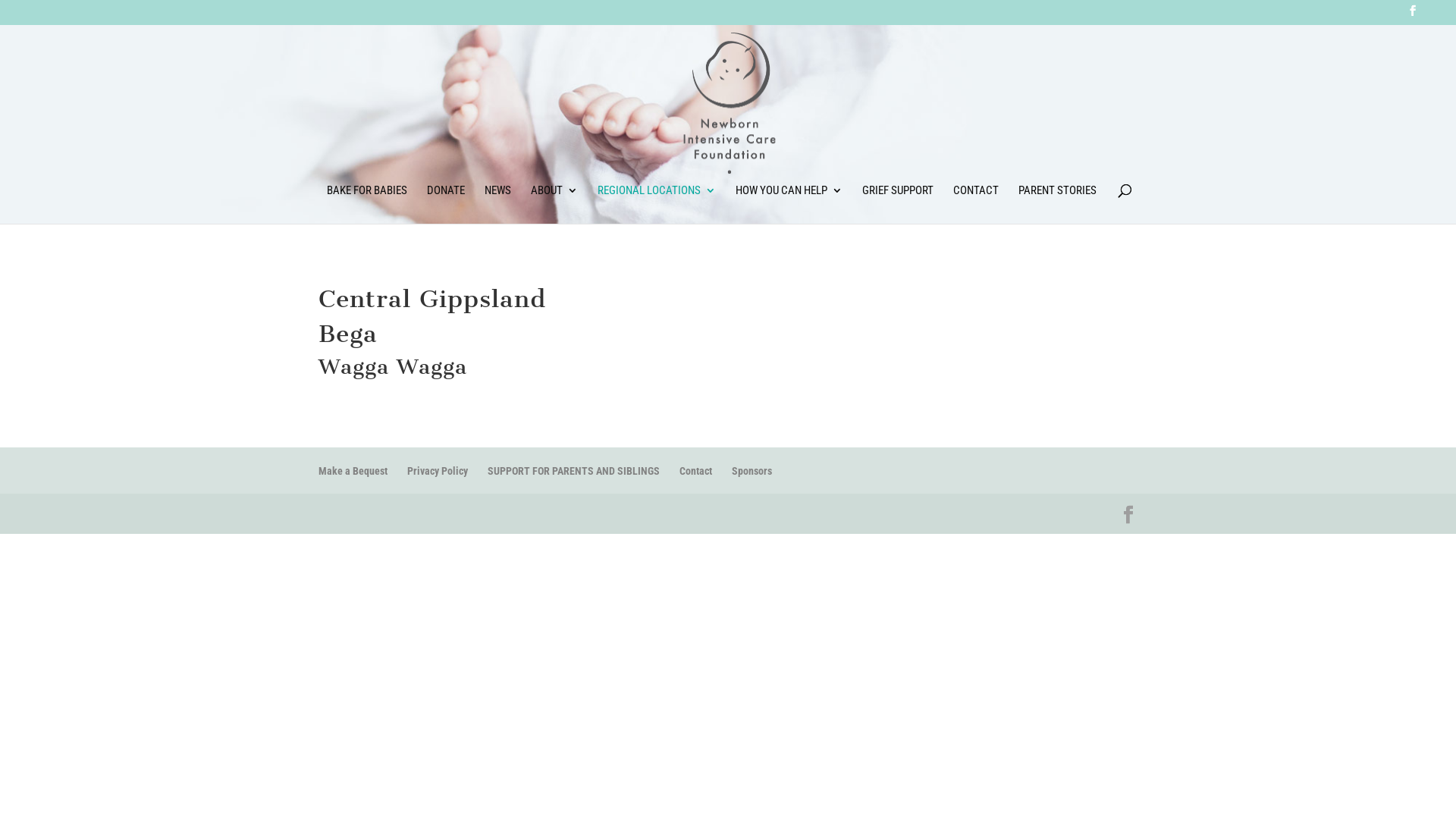 The image size is (1456, 819). What do you see at coordinates (393, 366) in the screenshot?
I see `'Wagga Wagga'` at bounding box center [393, 366].